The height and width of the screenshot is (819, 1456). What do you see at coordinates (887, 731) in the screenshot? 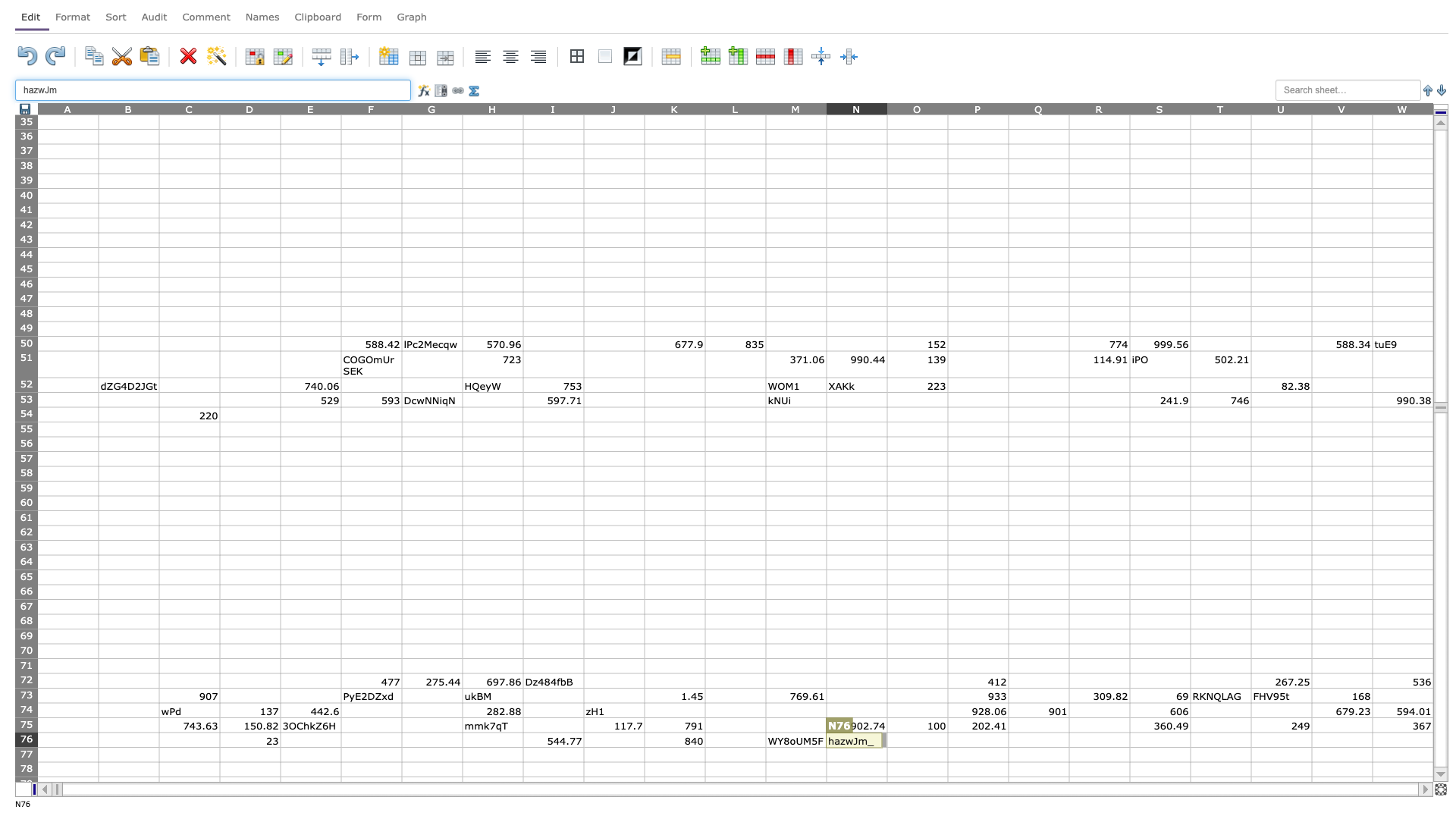
I see `Upper left corner of cell O76` at bounding box center [887, 731].